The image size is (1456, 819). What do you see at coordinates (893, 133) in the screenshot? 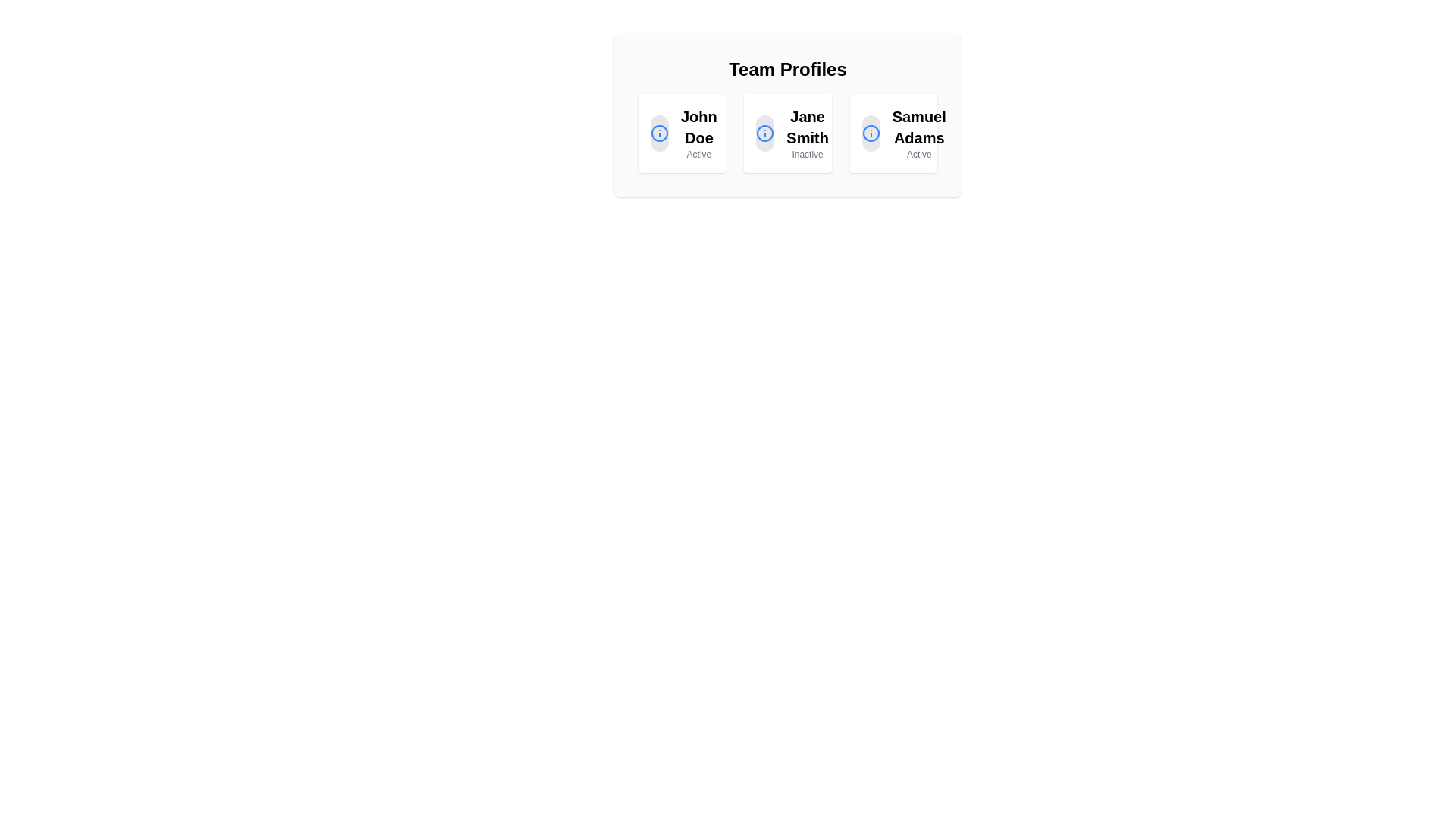
I see `the Profile card representing 'Samuel Adams'` at bounding box center [893, 133].